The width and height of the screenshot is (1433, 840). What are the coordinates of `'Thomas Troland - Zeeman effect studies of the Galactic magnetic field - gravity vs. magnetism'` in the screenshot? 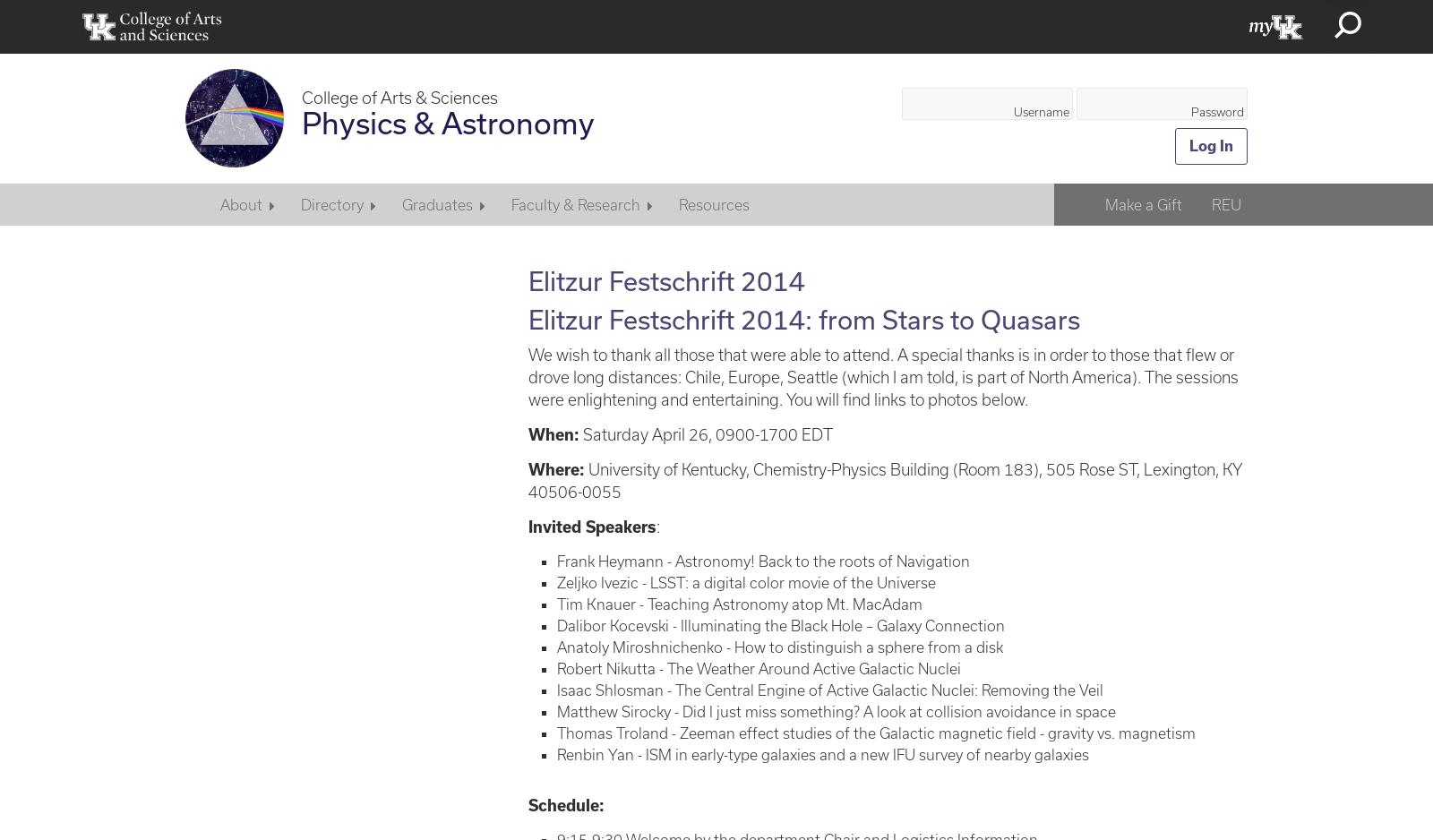 It's located at (556, 732).